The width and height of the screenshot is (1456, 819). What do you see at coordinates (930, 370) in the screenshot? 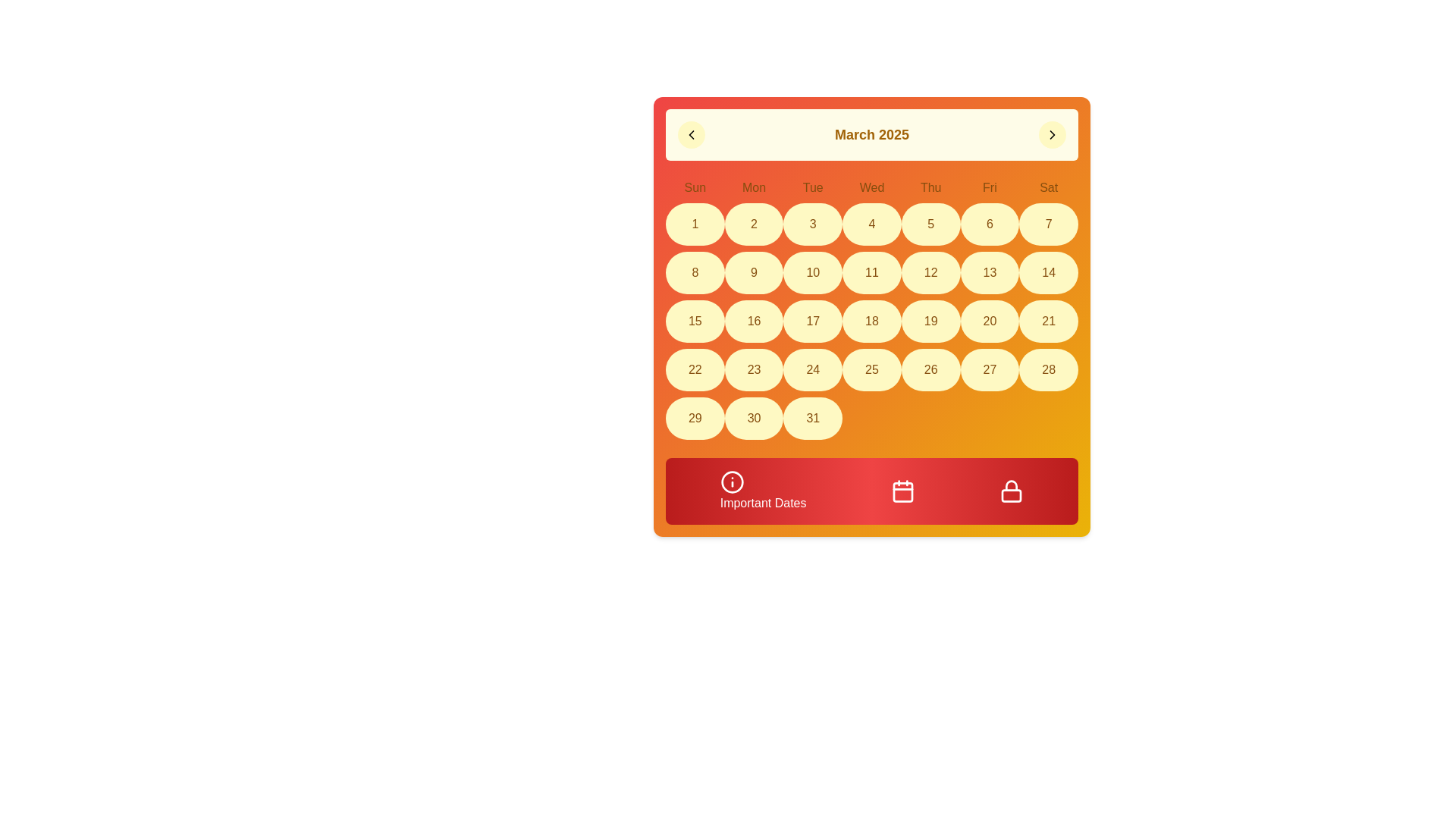
I see `the circular button with a yellow background and the number '26'` at bounding box center [930, 370].